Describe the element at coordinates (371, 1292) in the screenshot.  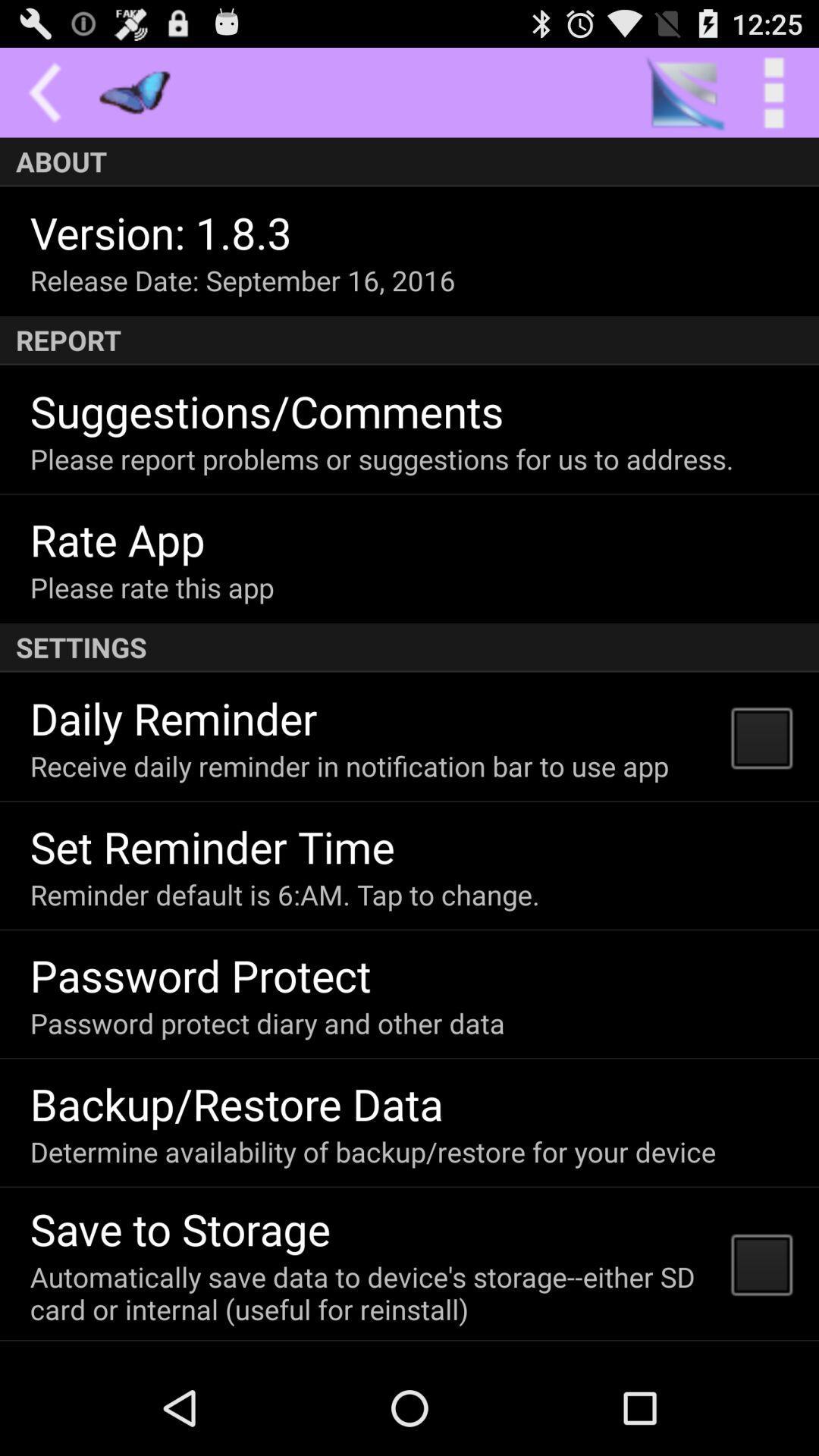
I see `the automatically save data app` at that location.